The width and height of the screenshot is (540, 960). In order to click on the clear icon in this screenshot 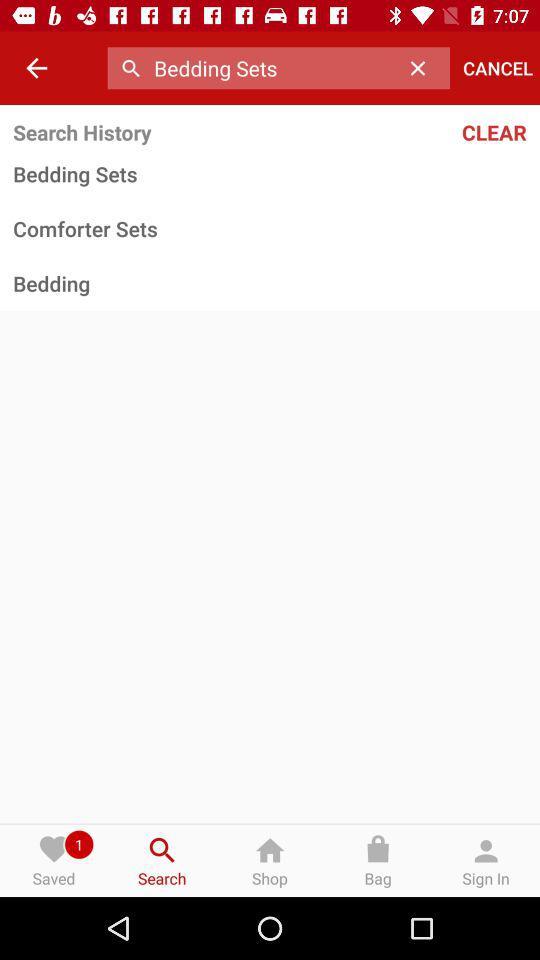, I will do `click(449, 131)`.